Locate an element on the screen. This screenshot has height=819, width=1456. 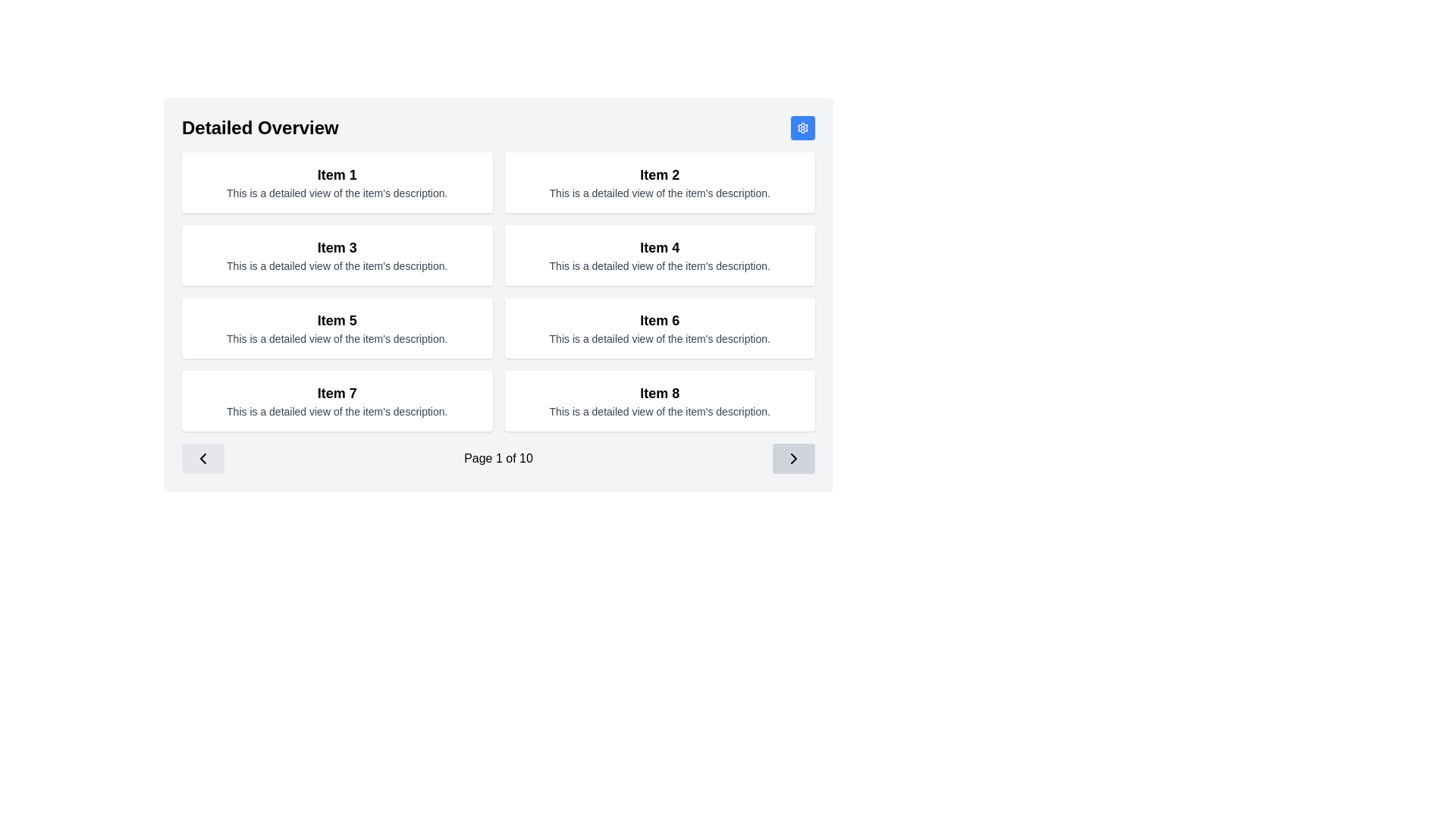
the navigation icon located in the bottom right corner of the layout is located at coordinates (792, 458).